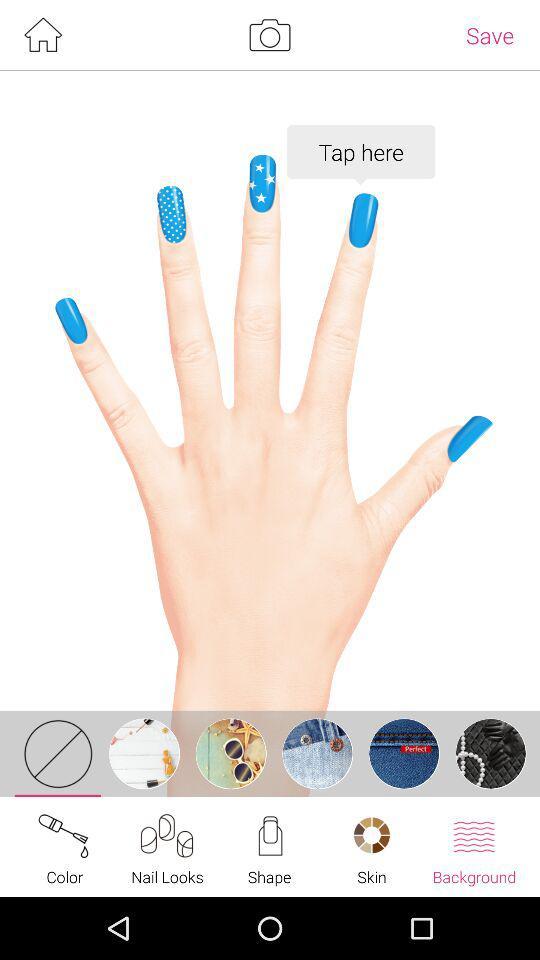 This screenshot has width=540, height=960. What do you see at coordinates (269, 36) in the screenshot?
I see `the photo icon` at bounding box center [269, 36].